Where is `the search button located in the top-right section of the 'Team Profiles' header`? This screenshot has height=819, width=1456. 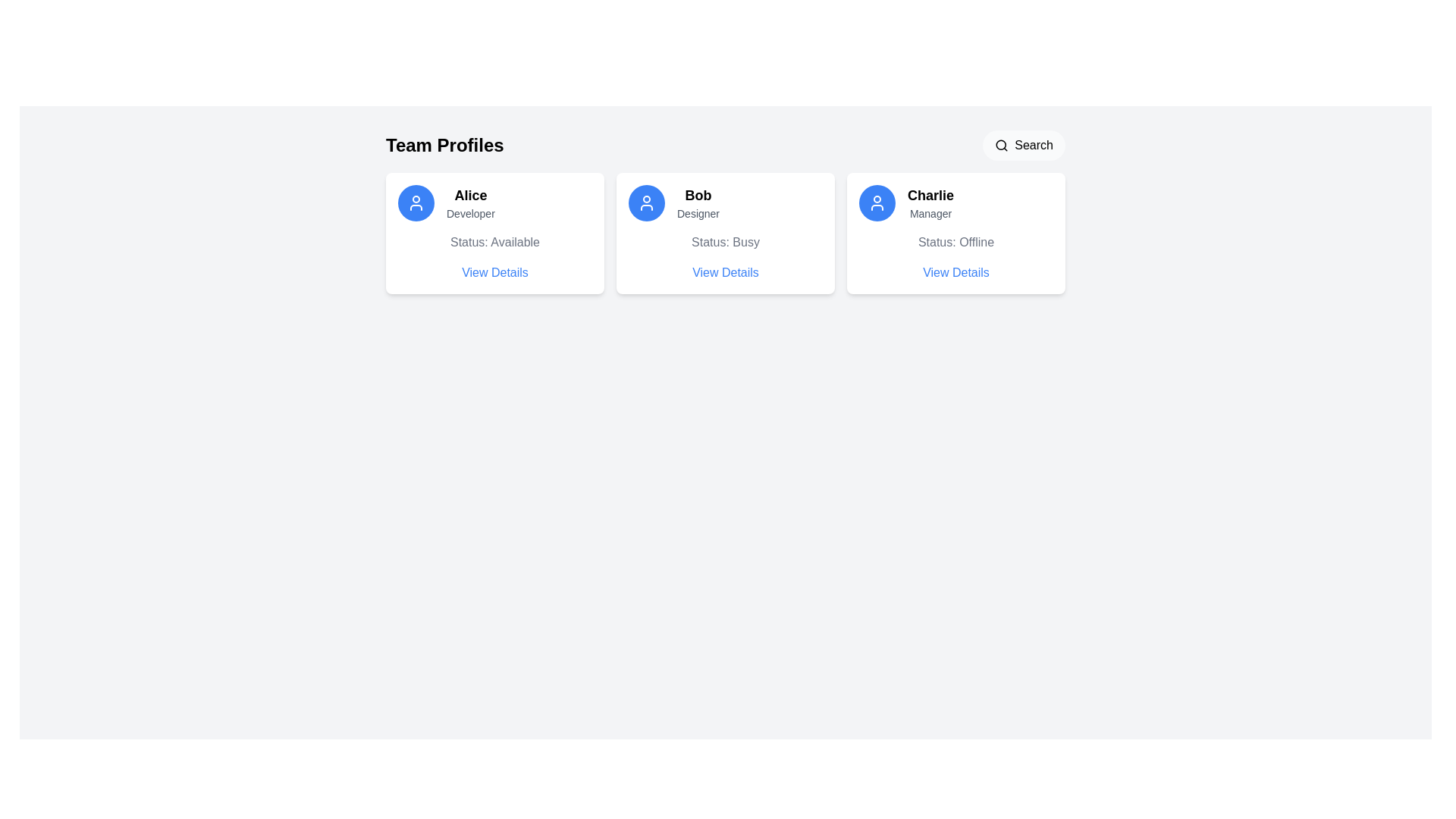
the search button located in the top-right section of the 'Team Profiles' header is located at coordinates (1024, 146).